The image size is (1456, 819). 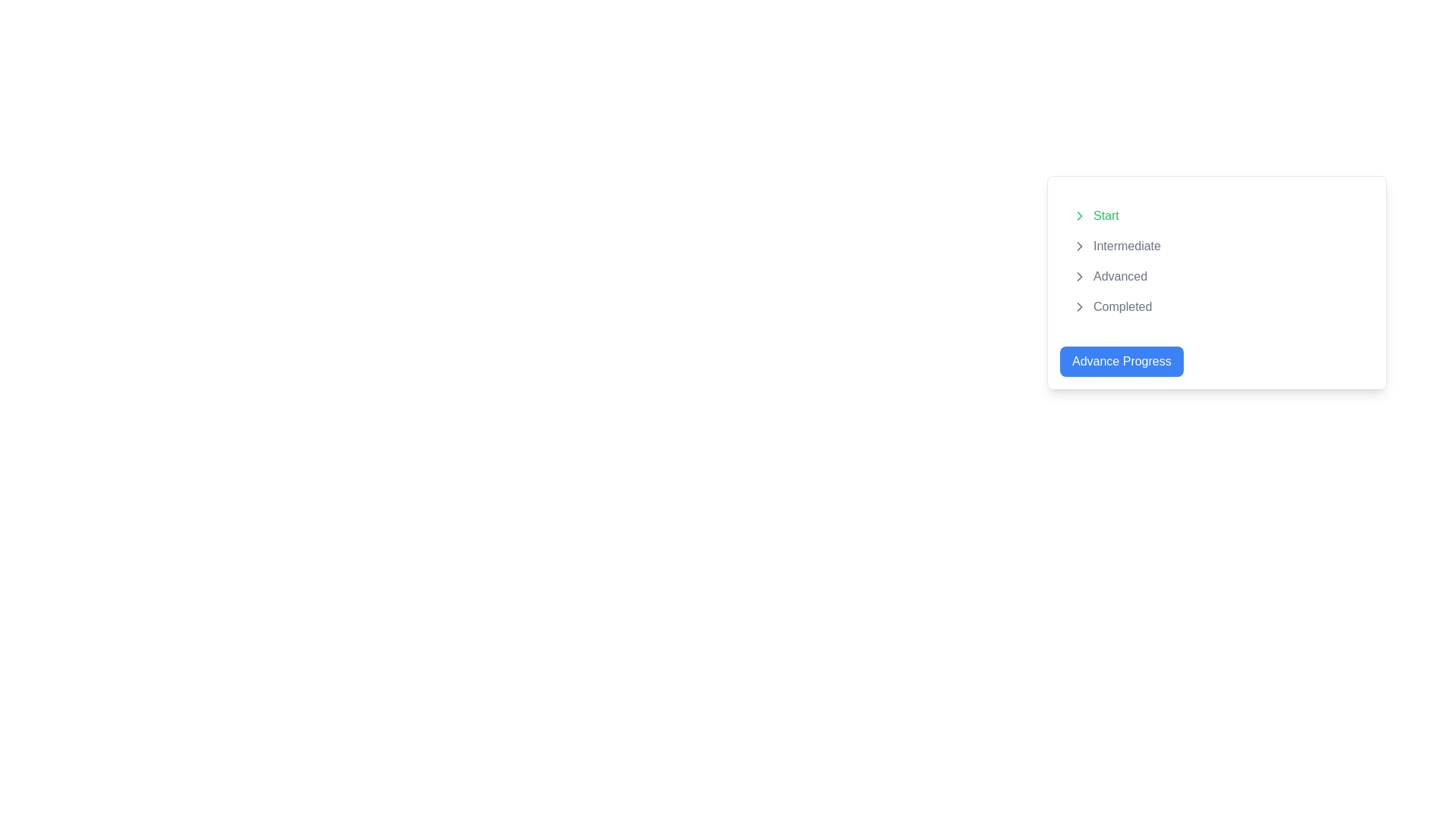 I want to click on the rightward-pointing triangular arrow icon next to the 'Advanced' text, which signifies expansion or navigation, so click(x=1079, y=277).